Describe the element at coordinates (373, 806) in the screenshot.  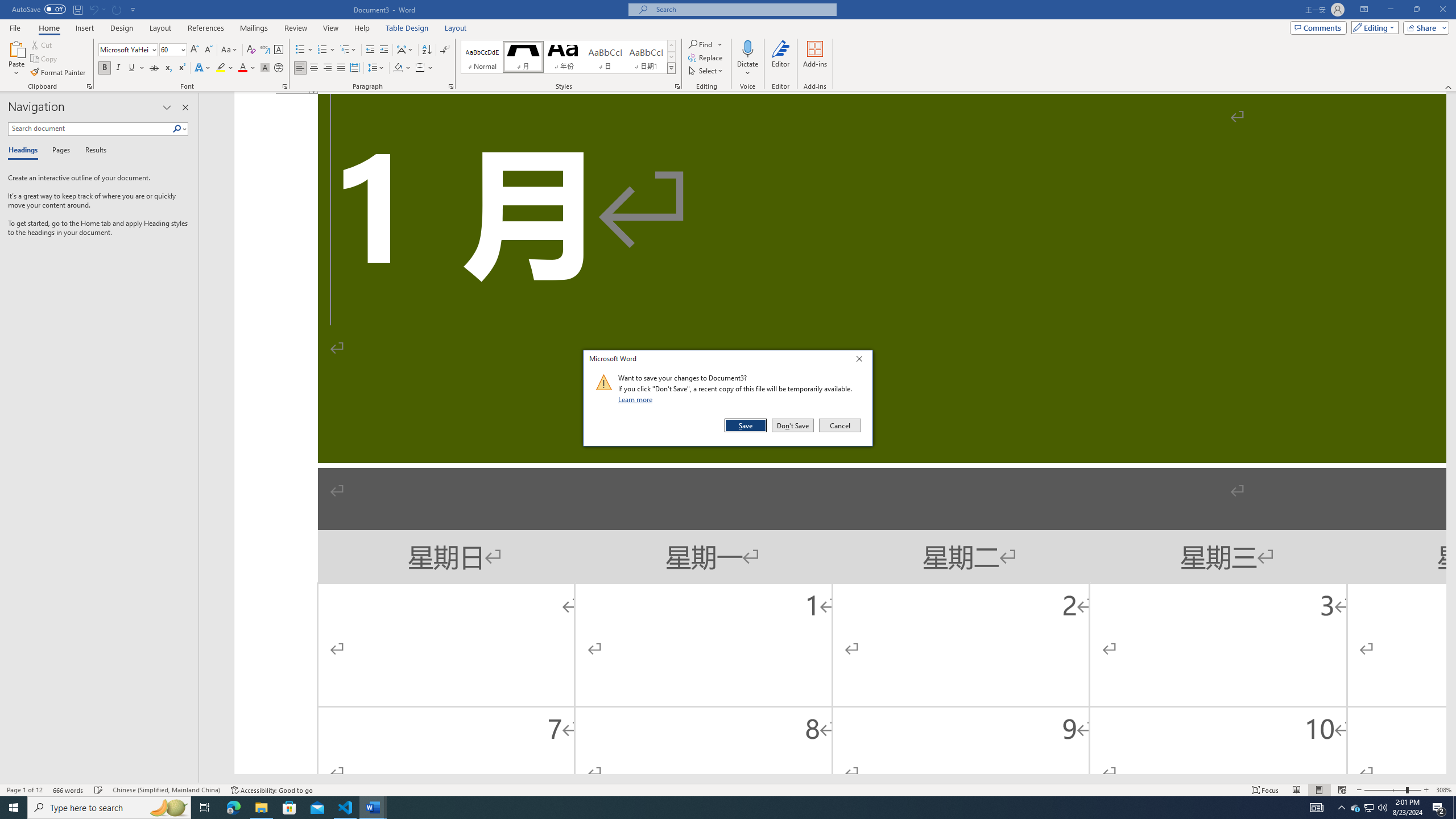
I see `'Word - 2 running windows'` at that location.